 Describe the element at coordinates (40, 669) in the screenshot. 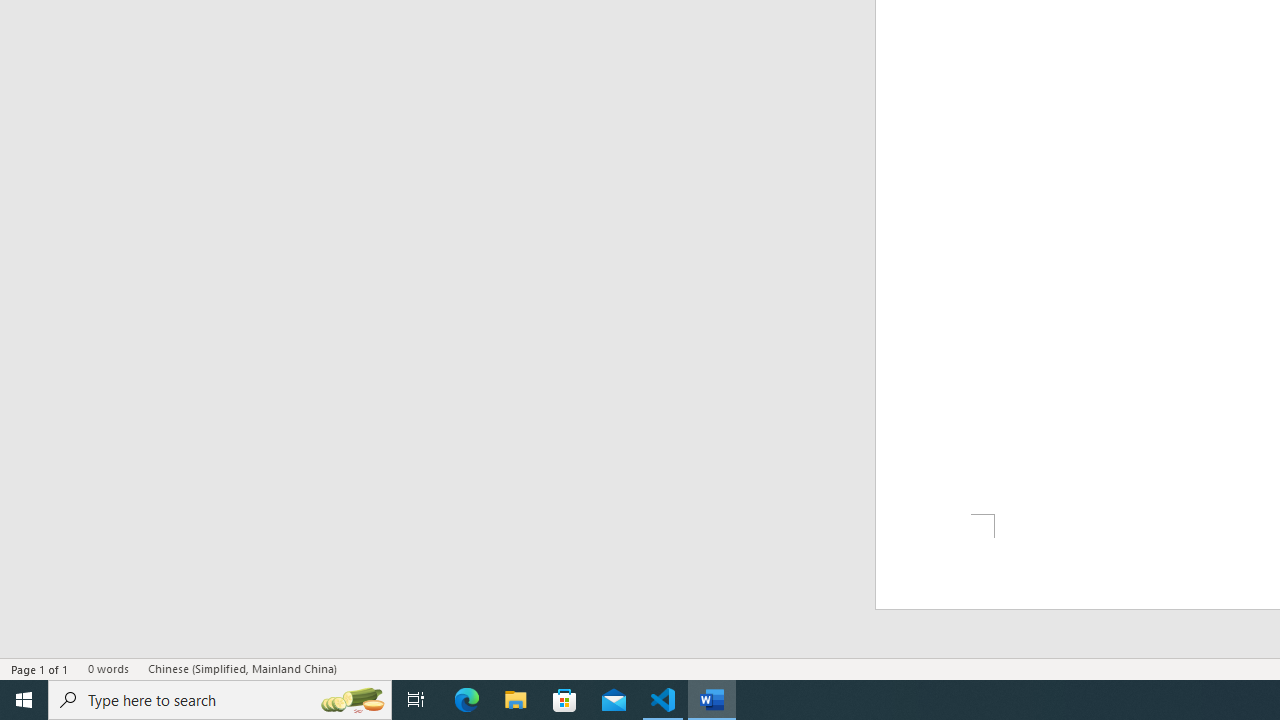

I see `'Page Number Page 1 of 1'` at that location.